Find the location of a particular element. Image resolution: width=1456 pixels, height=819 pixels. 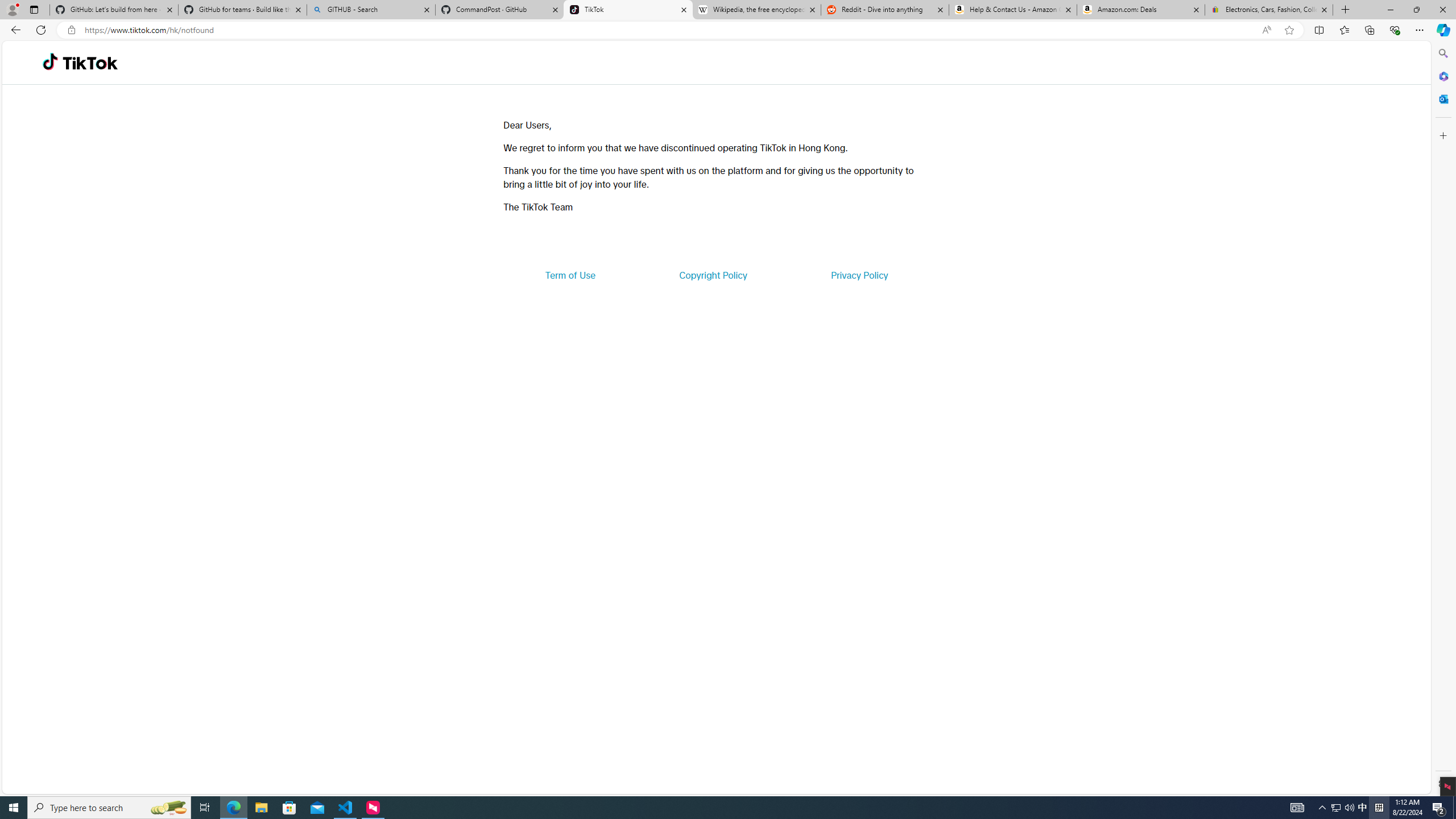

'Electronics, Cars, Fashion, Collectibles & More | eBay' is located at coordinates (1268, 9).